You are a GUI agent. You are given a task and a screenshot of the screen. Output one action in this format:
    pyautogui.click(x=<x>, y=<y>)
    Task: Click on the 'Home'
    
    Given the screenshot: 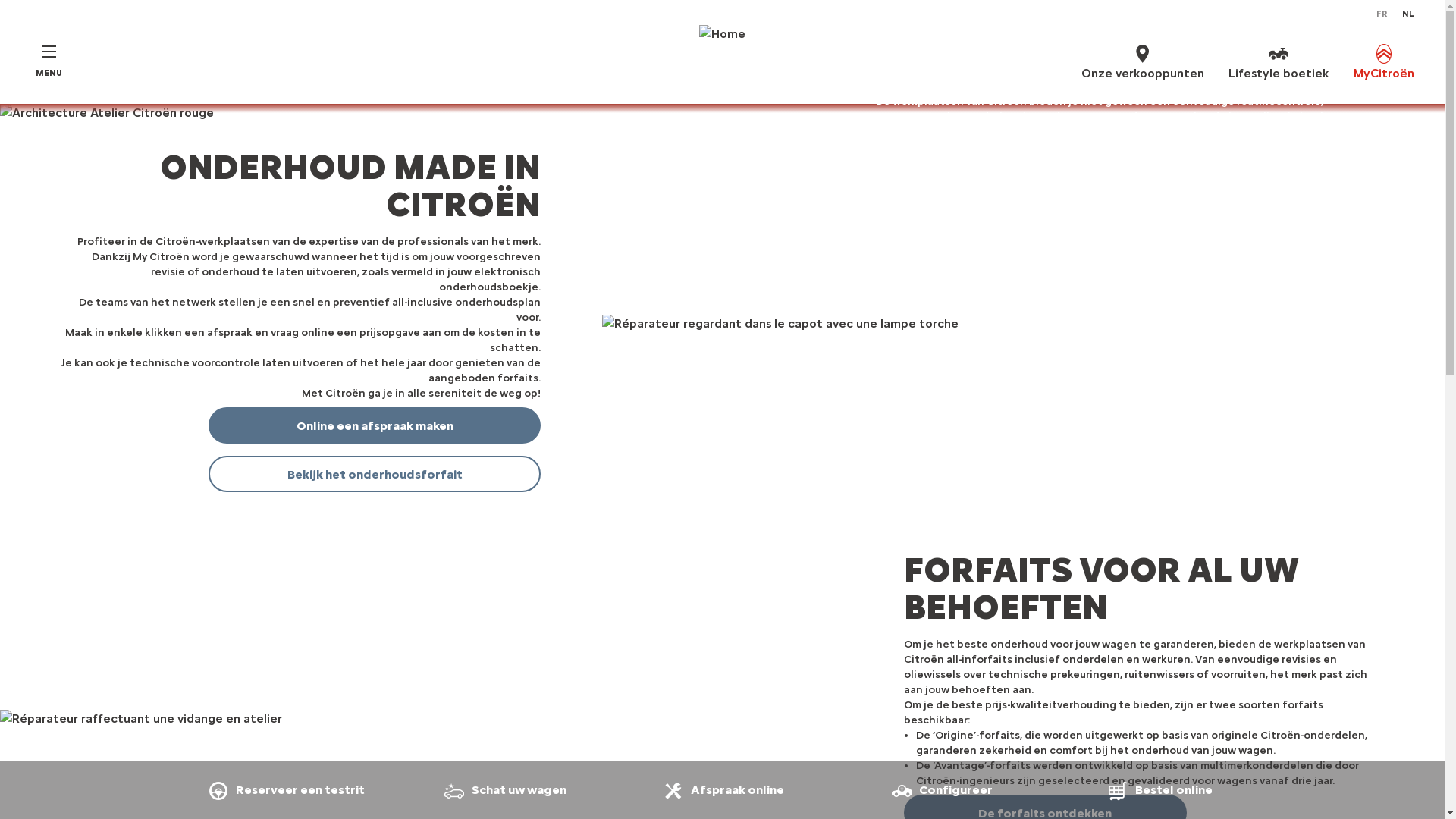 What is the action you would take?
    pyautogui.click(x=721, y=61)
    